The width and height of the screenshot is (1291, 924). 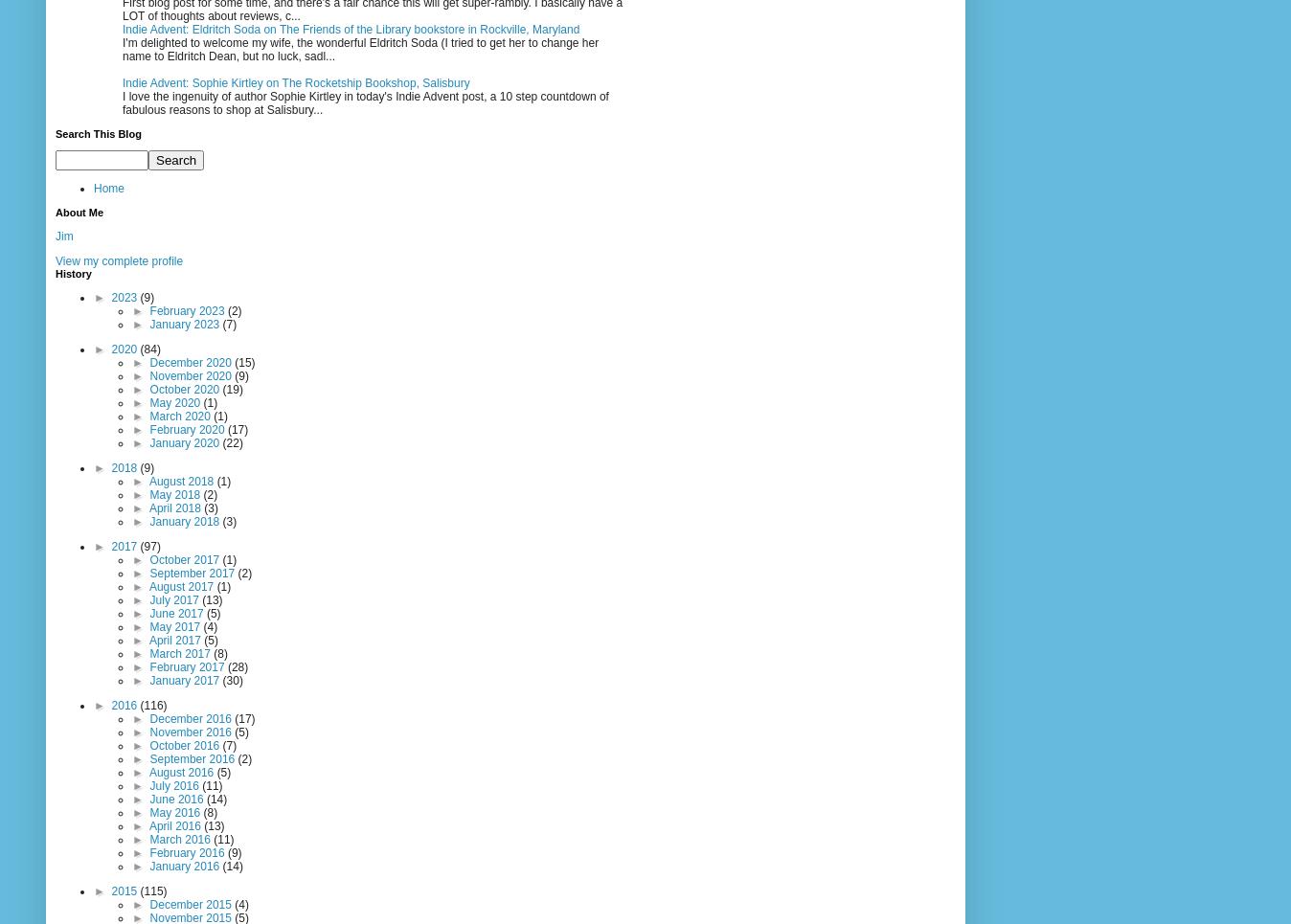 What do you see at coordinates (175, 598) in the screenshot?
I see `'July 2017'` at bounding box center [175, 598].